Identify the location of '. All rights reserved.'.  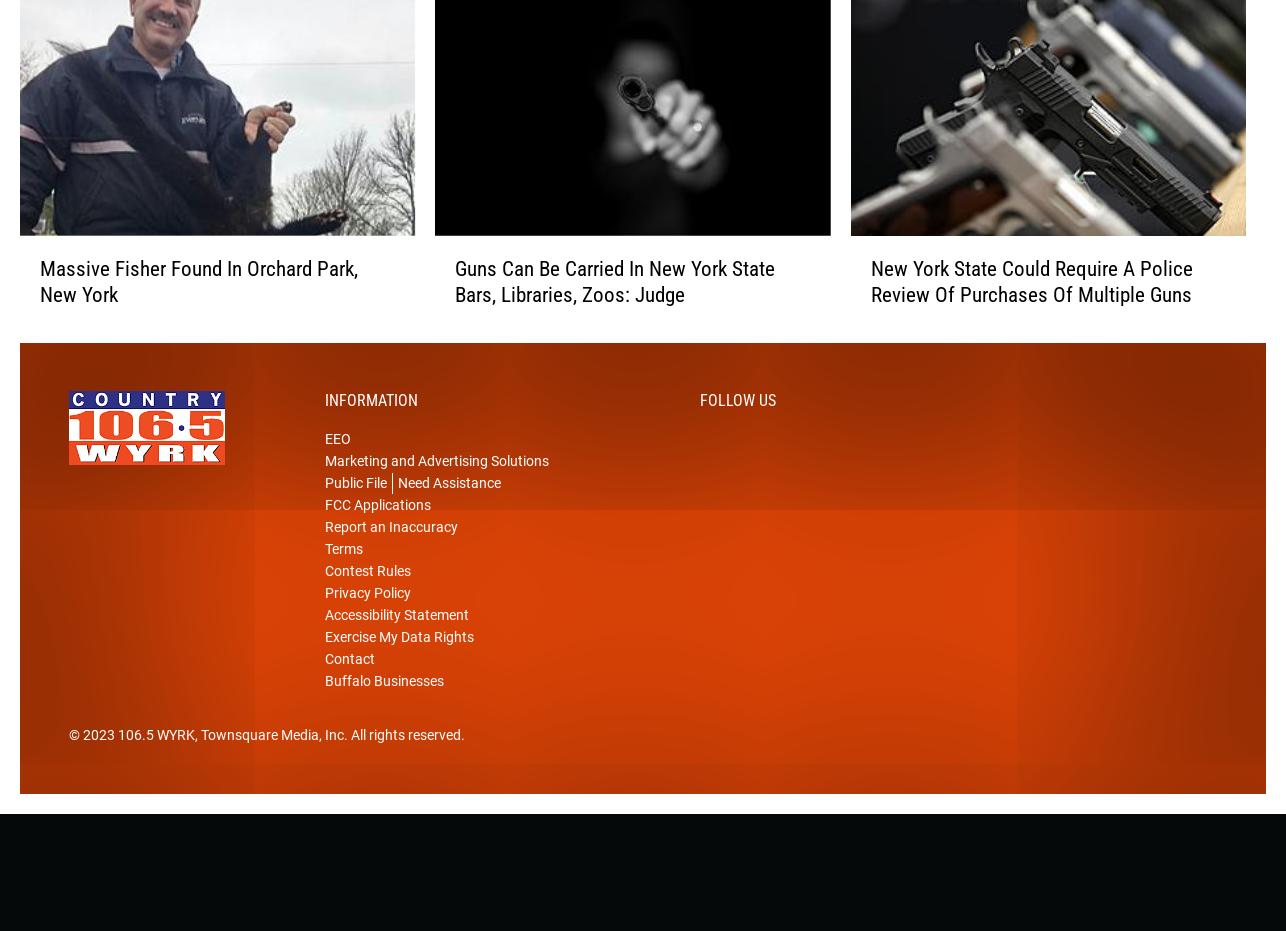
(403, 766).